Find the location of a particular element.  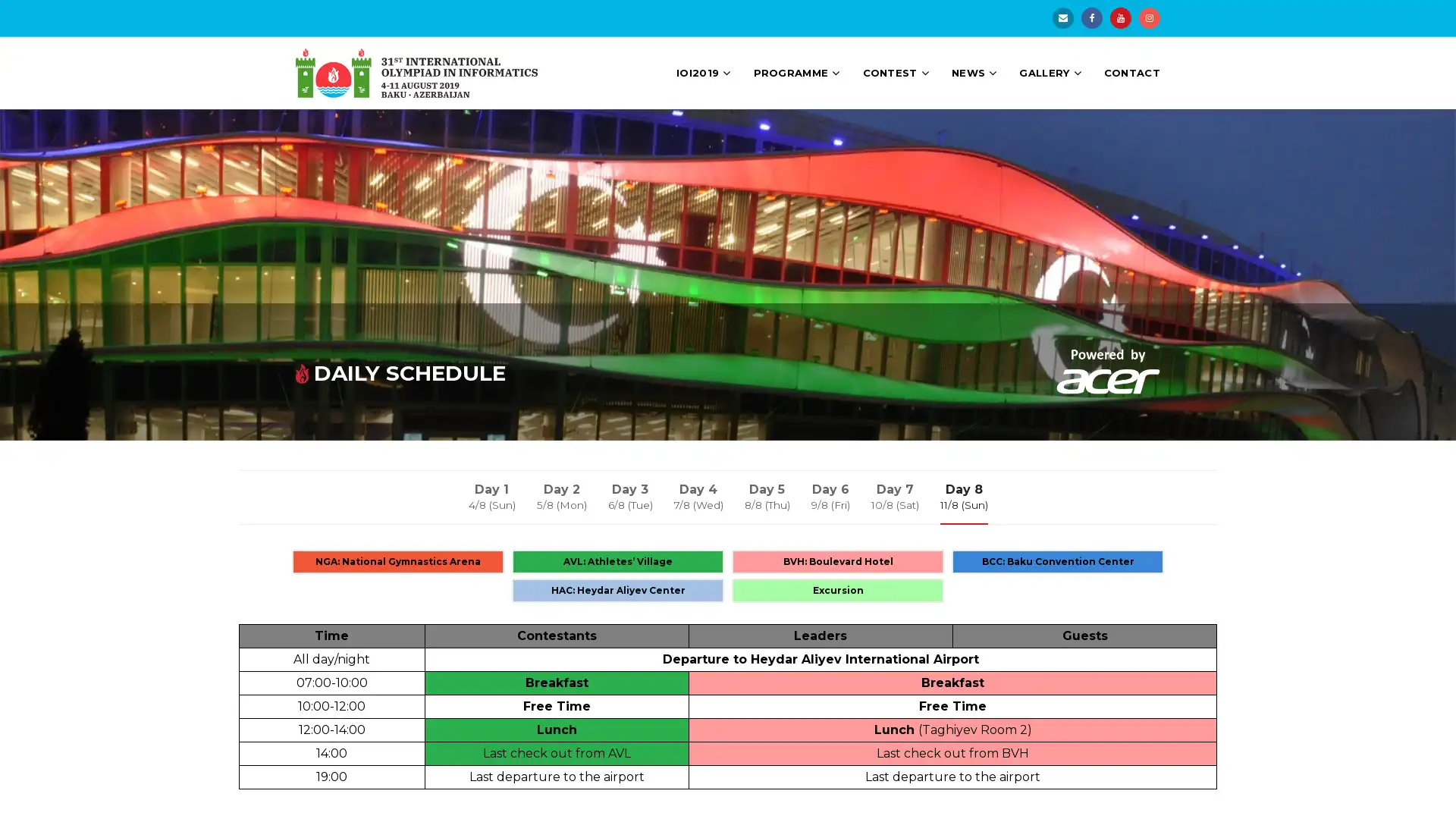

AVL: Athletes Village is located at coordinates (618, 561).